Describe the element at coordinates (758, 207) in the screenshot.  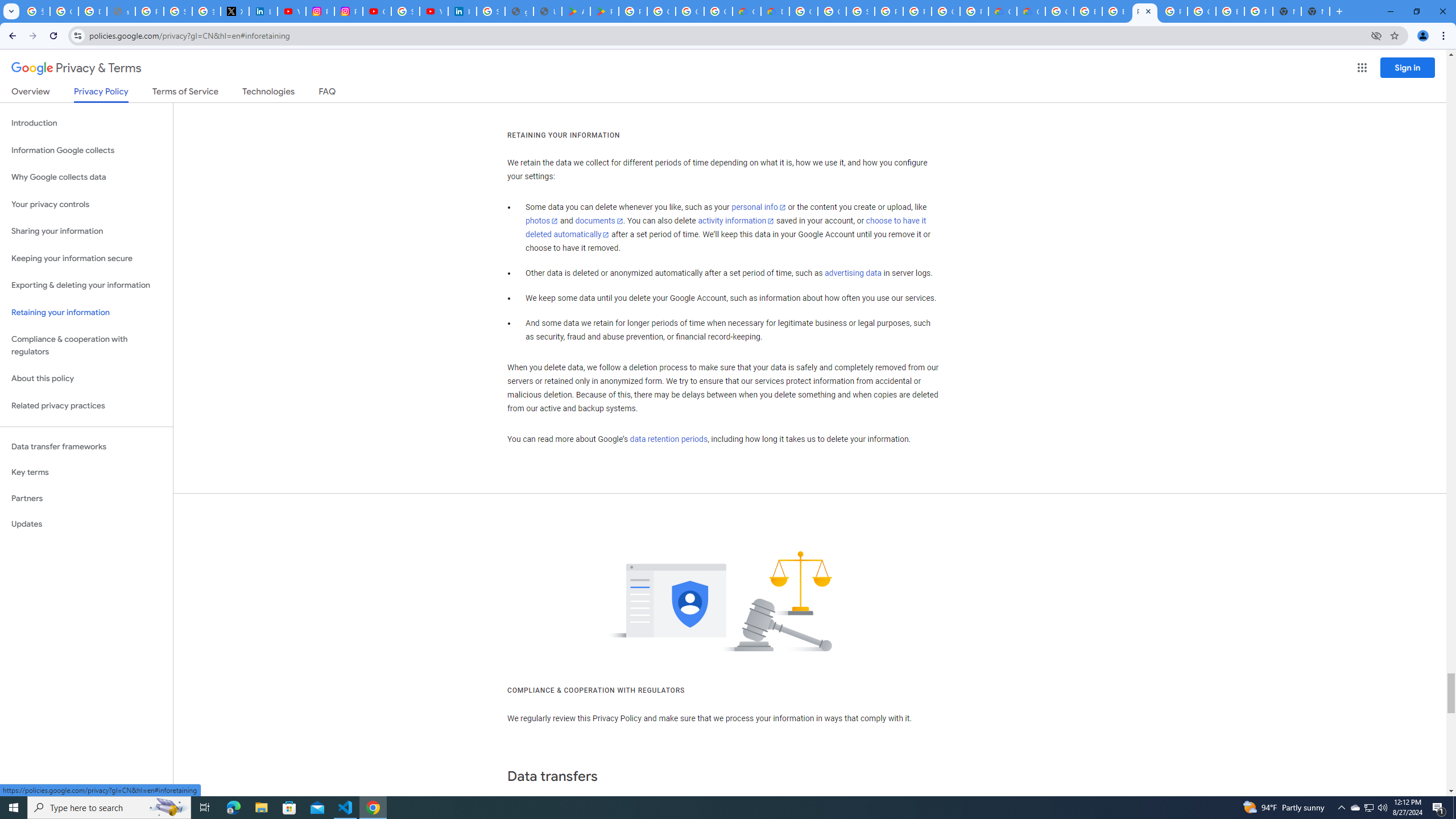
I see `'personal info'` at that location.